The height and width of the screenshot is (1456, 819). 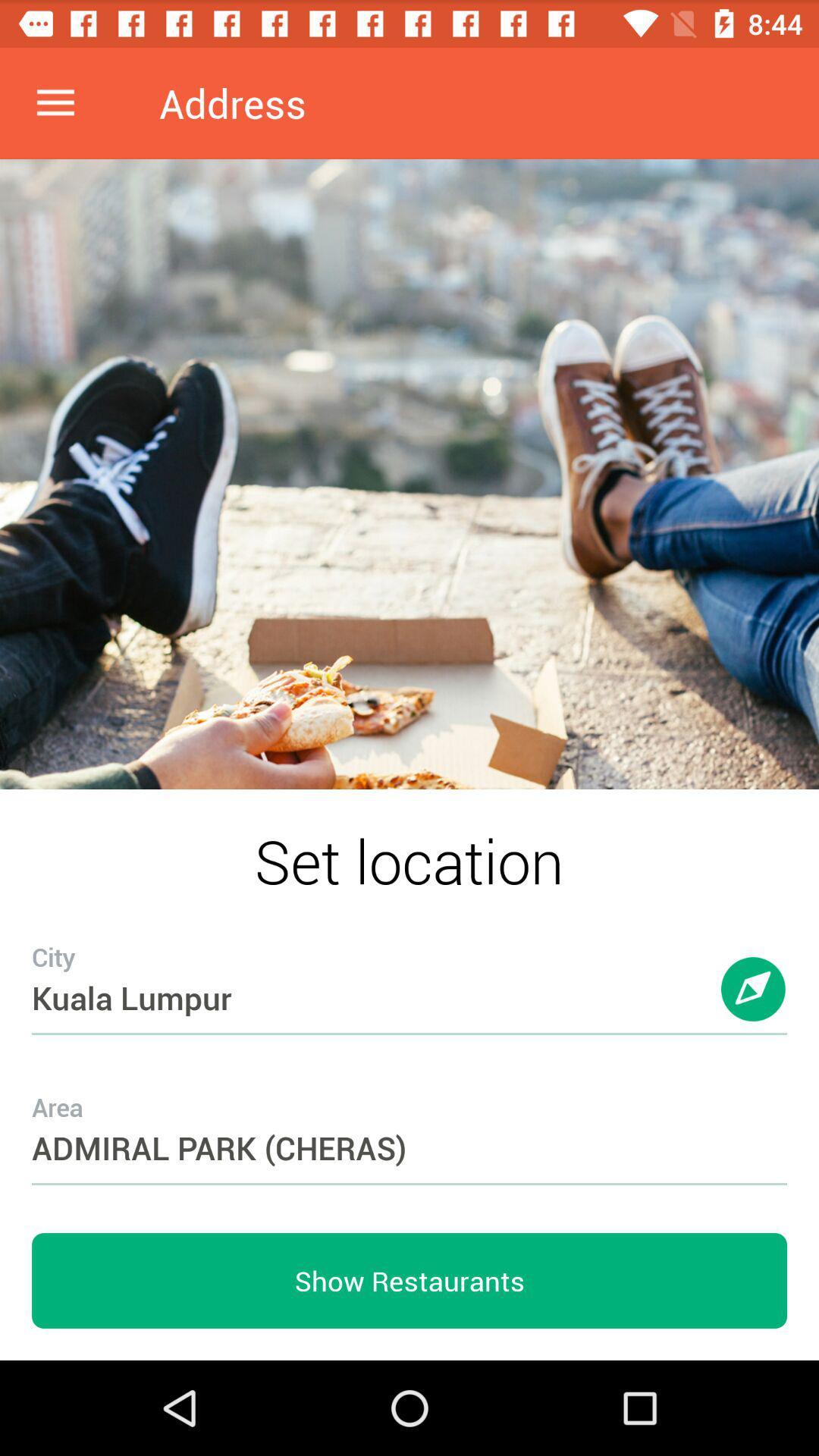 I want to click on the icon below the admiral park (cheras), so click(x=409, y=1280).